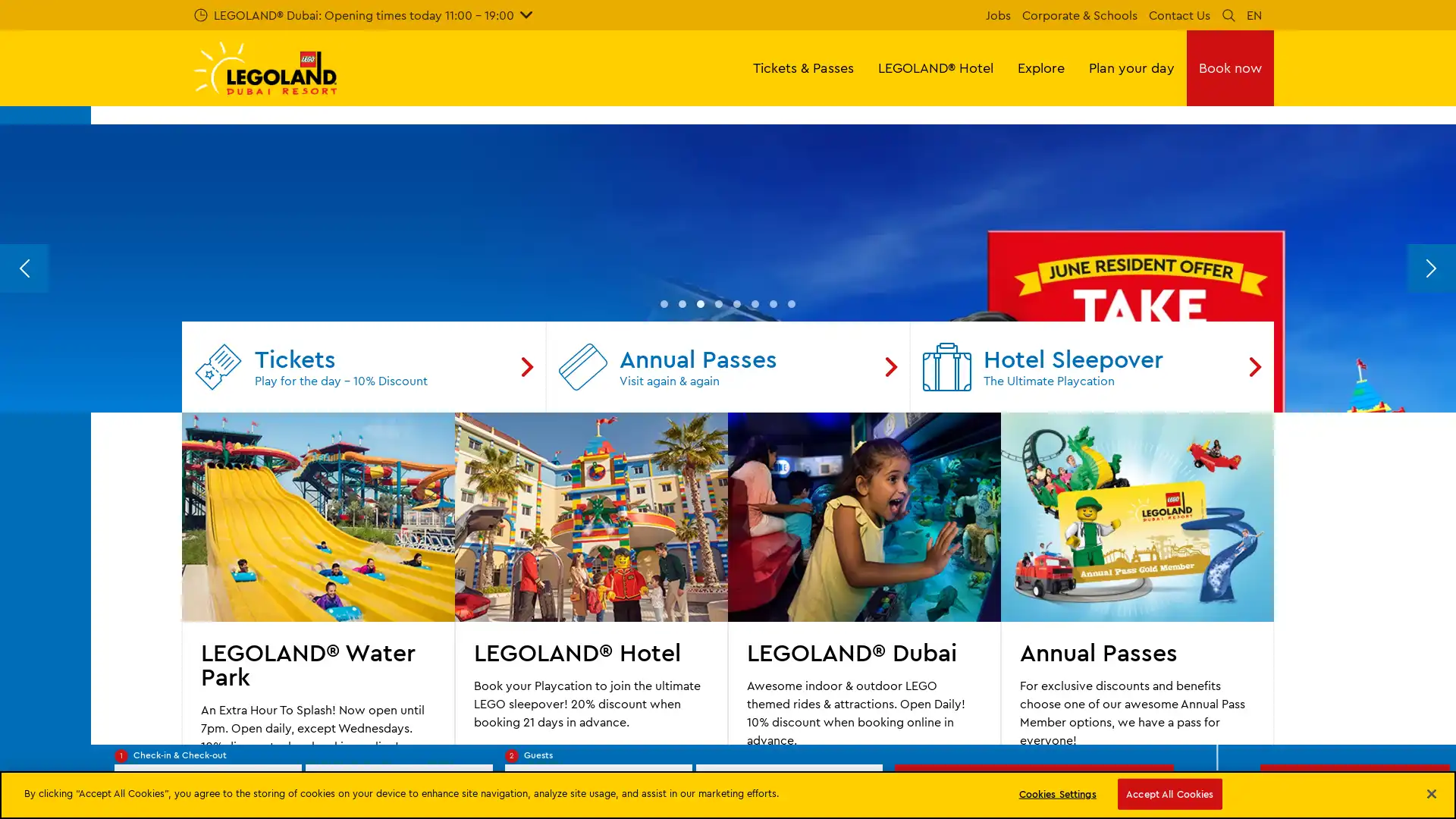  What do you see at coordinates (1056, 792) in the screenshot?
I see `Cookies Settings` at bounding box center [1056, 792].